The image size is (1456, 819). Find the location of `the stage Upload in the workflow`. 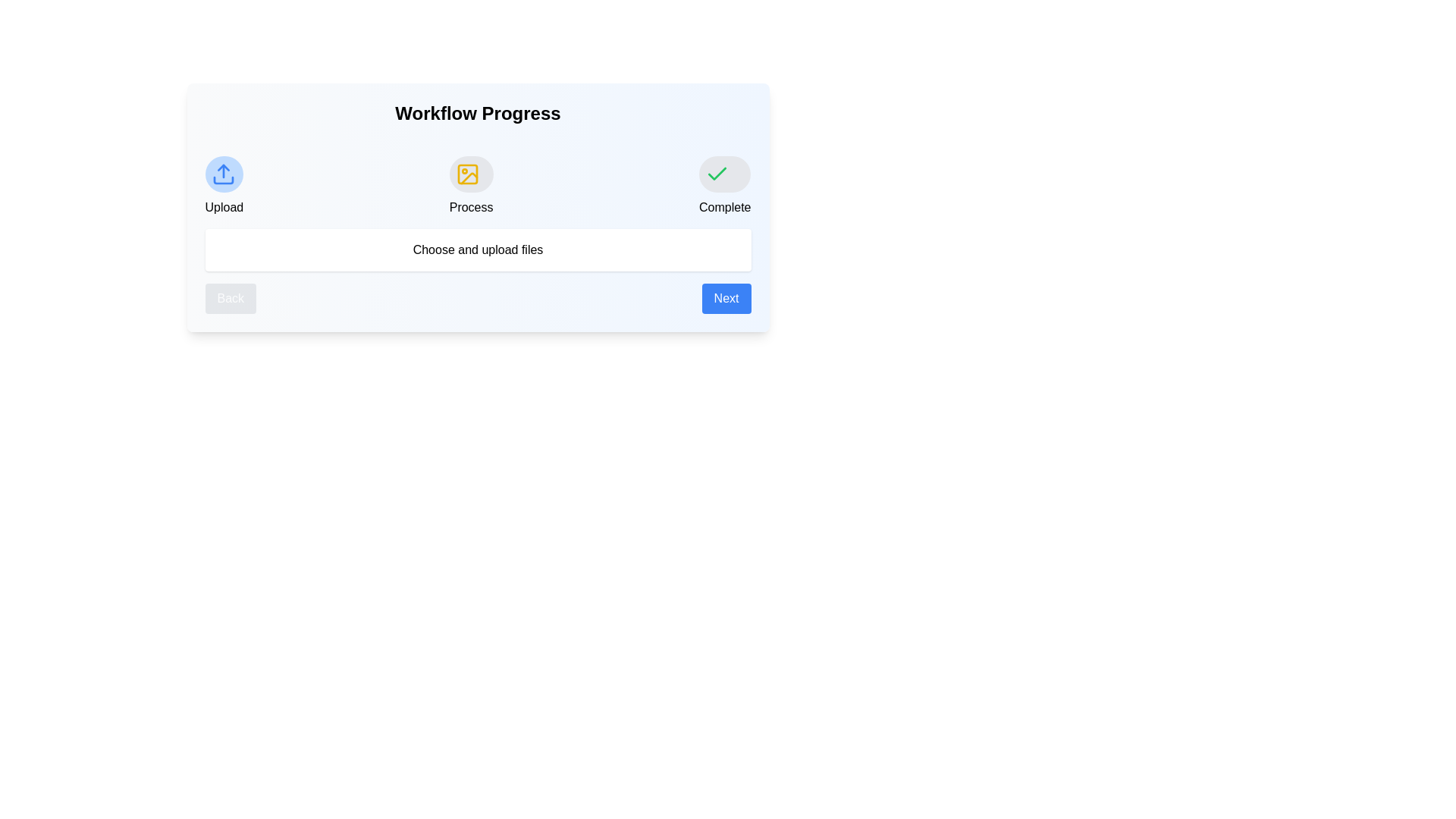

the stage Upload in the workflow is located at coordinates (222, 174).